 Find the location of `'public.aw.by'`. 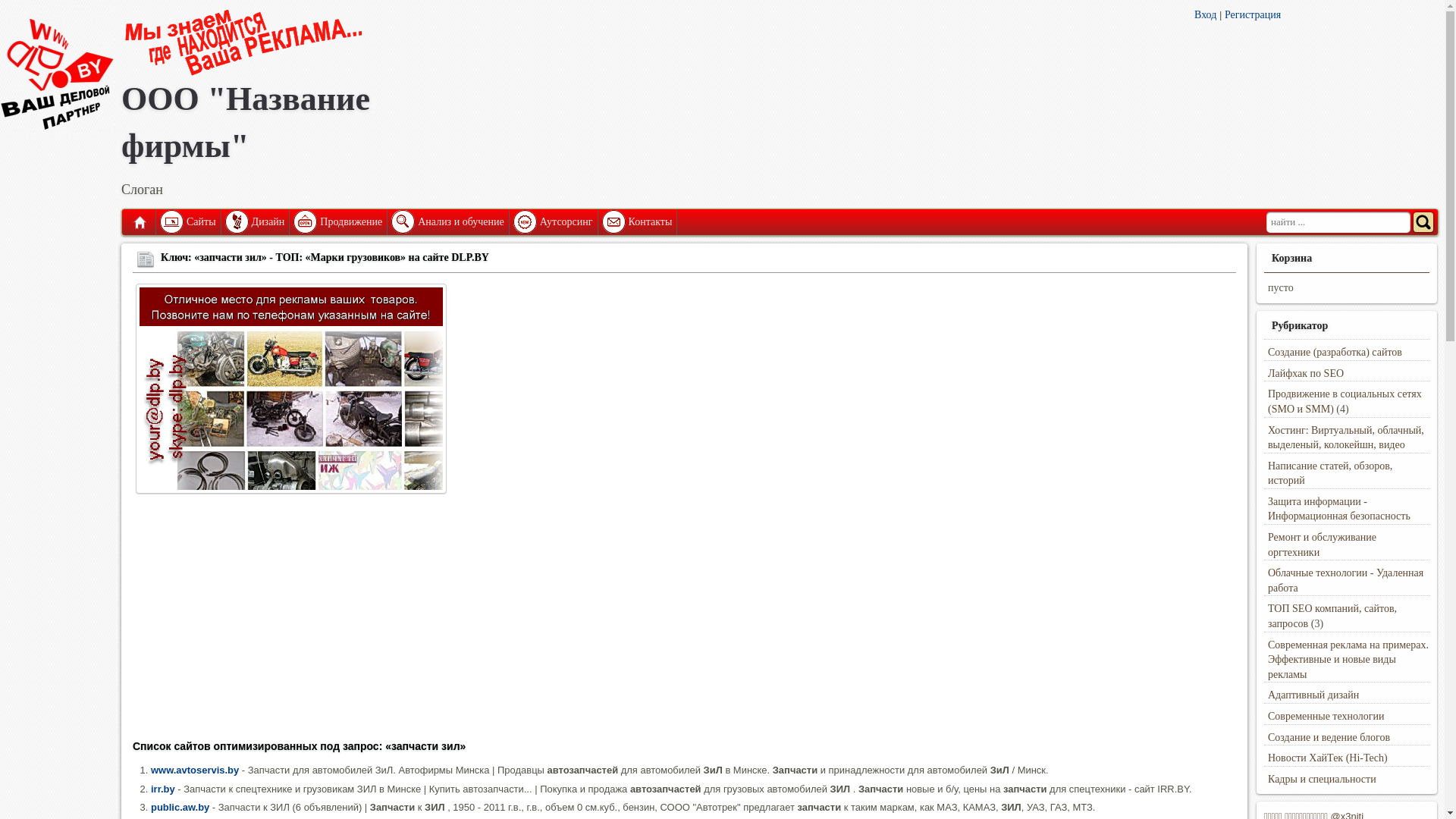

'public.aw.by' is located at coordinates (180, 806).